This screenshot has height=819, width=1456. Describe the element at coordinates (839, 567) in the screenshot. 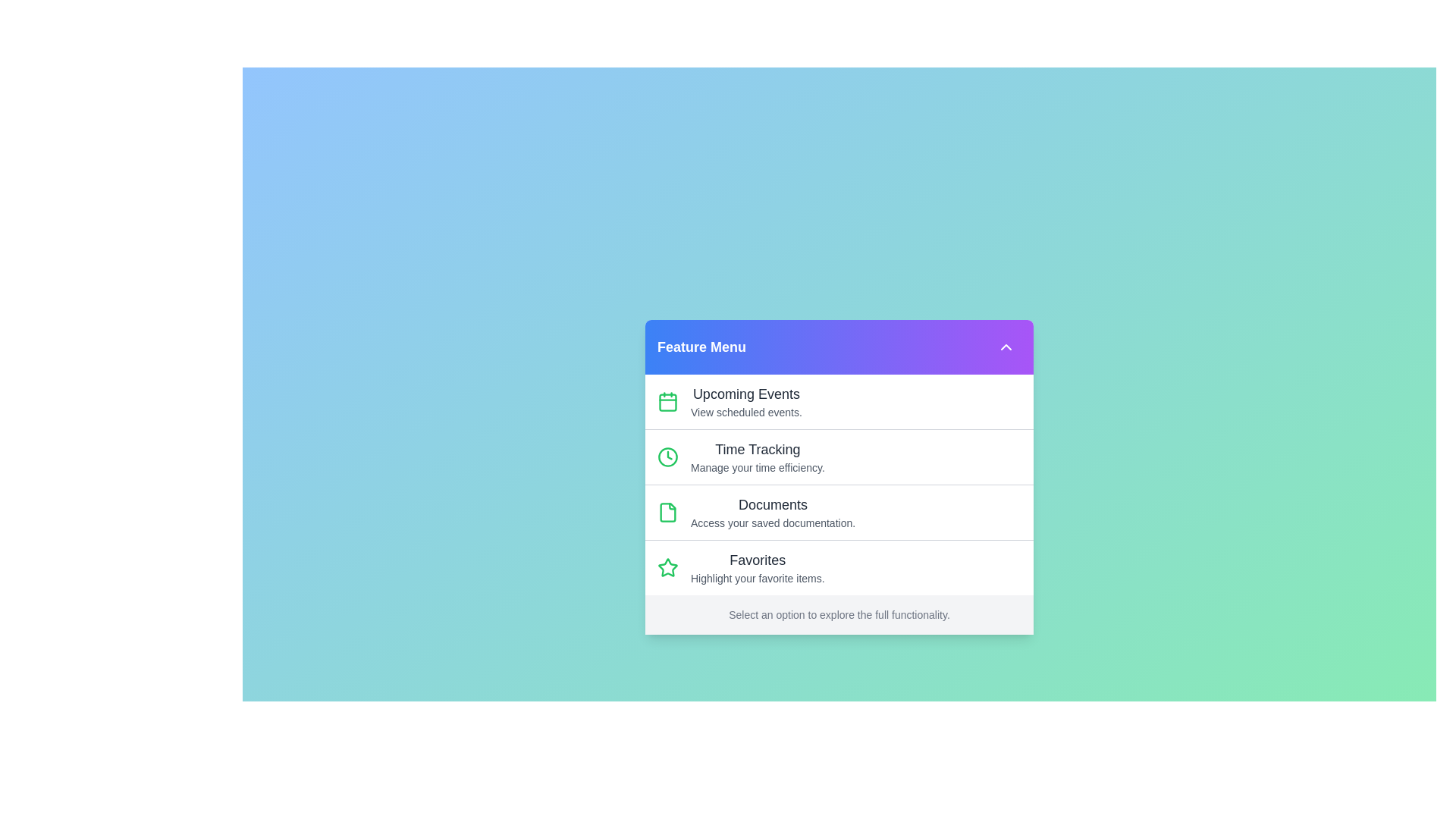

I see `the menu item Favorites by clicking on it` at that location.